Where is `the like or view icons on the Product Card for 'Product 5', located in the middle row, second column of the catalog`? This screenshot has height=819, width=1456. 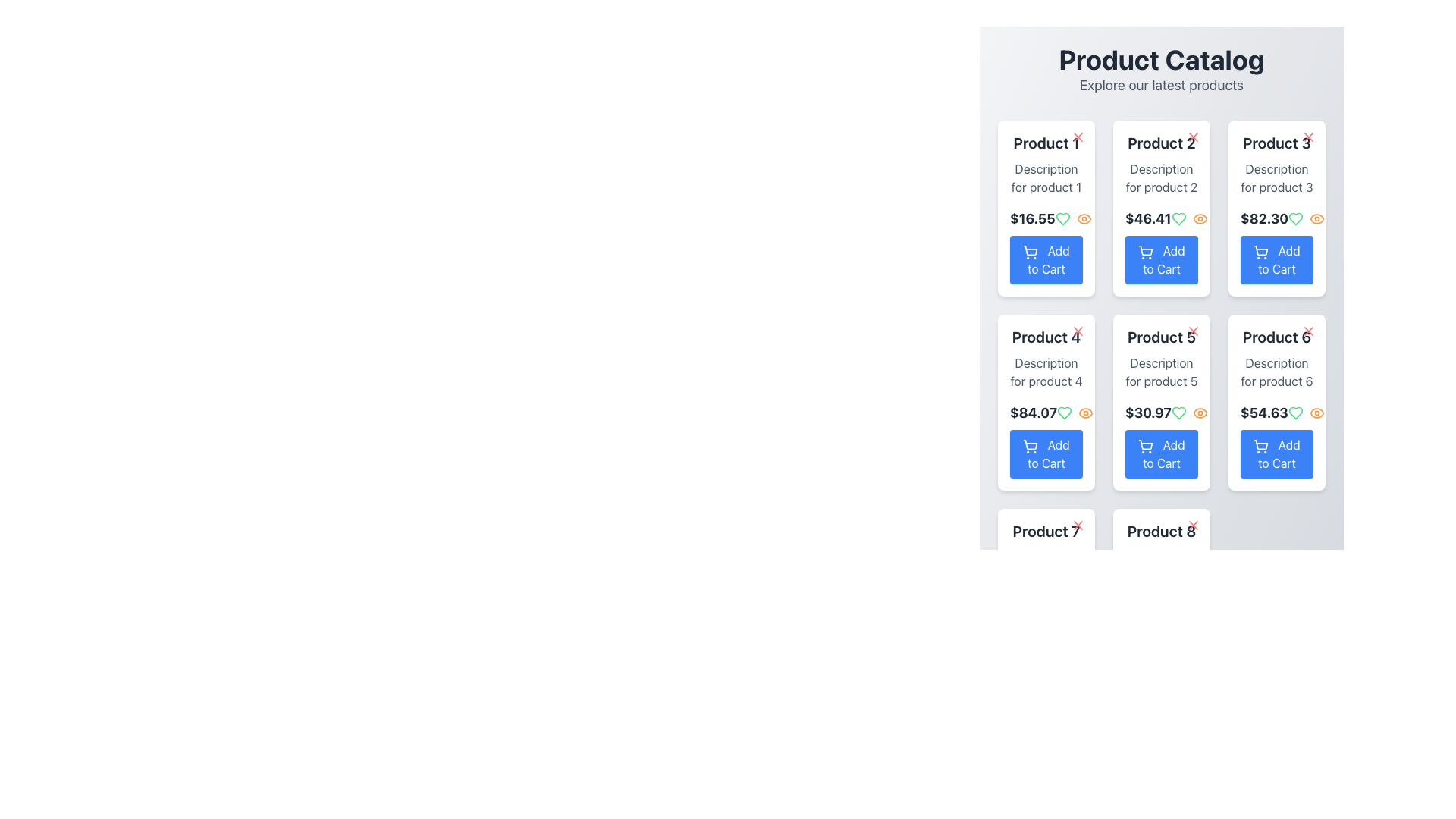 the like or view icons on the Product Card for 'Product 5', located in the middle row, second column of the catalog is located at coordinates (1160, 402).